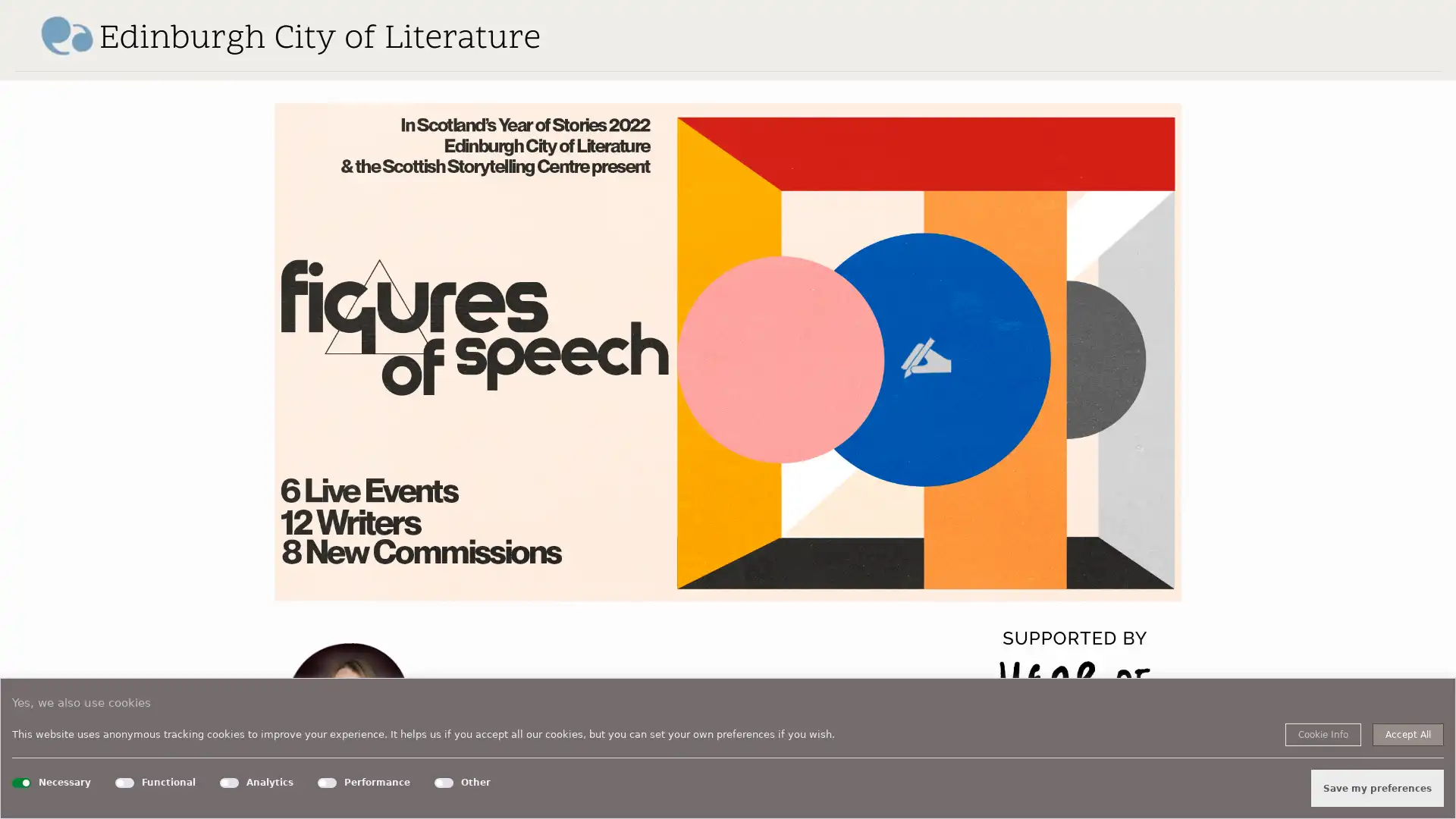 The width and height of the screenshot is (1456, 819). I want to click on Accept All, so click(1407, 733).